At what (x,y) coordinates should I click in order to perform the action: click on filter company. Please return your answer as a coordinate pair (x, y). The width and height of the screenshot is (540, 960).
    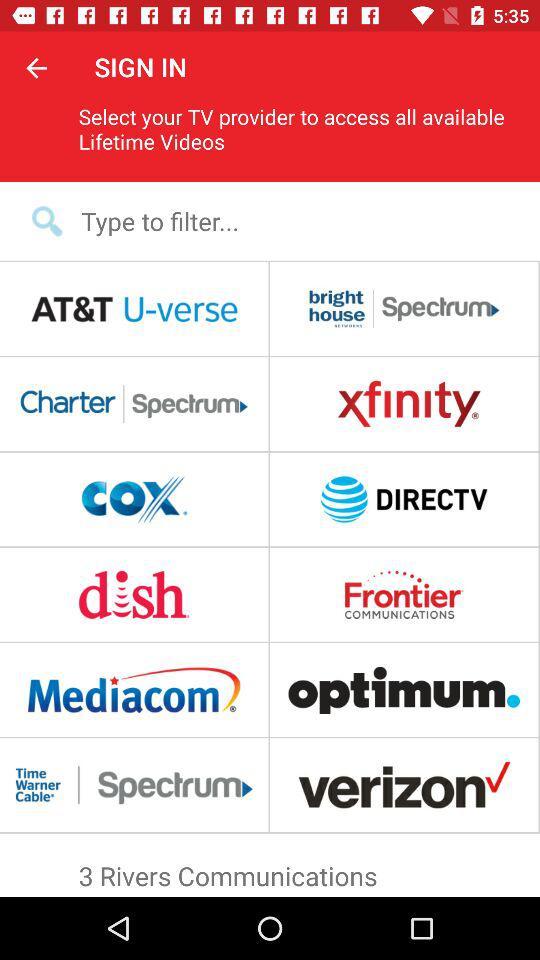
    Looking at the image, I should click on (282, 221).